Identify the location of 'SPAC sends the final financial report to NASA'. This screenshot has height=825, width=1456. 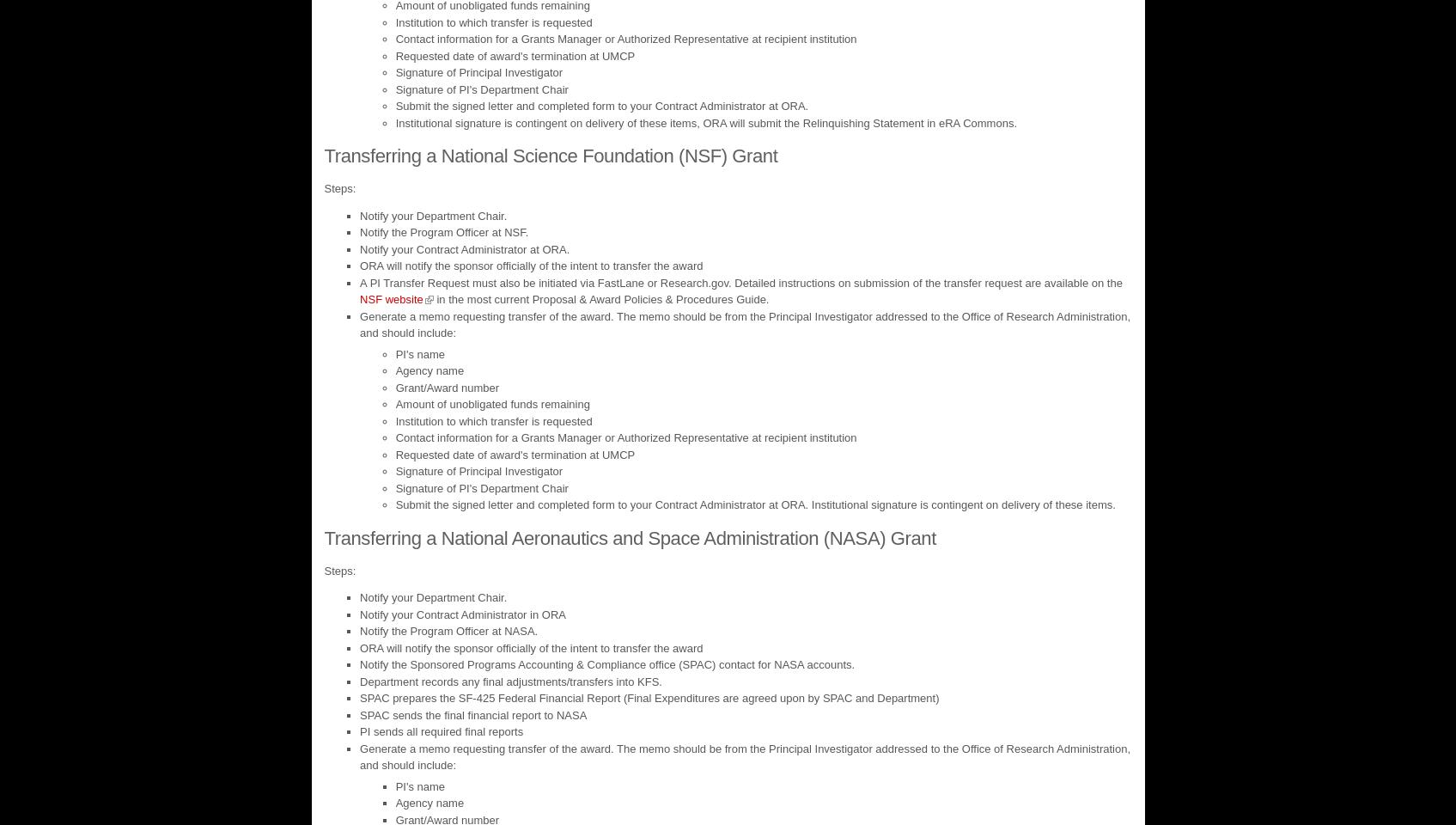
(473, 714).